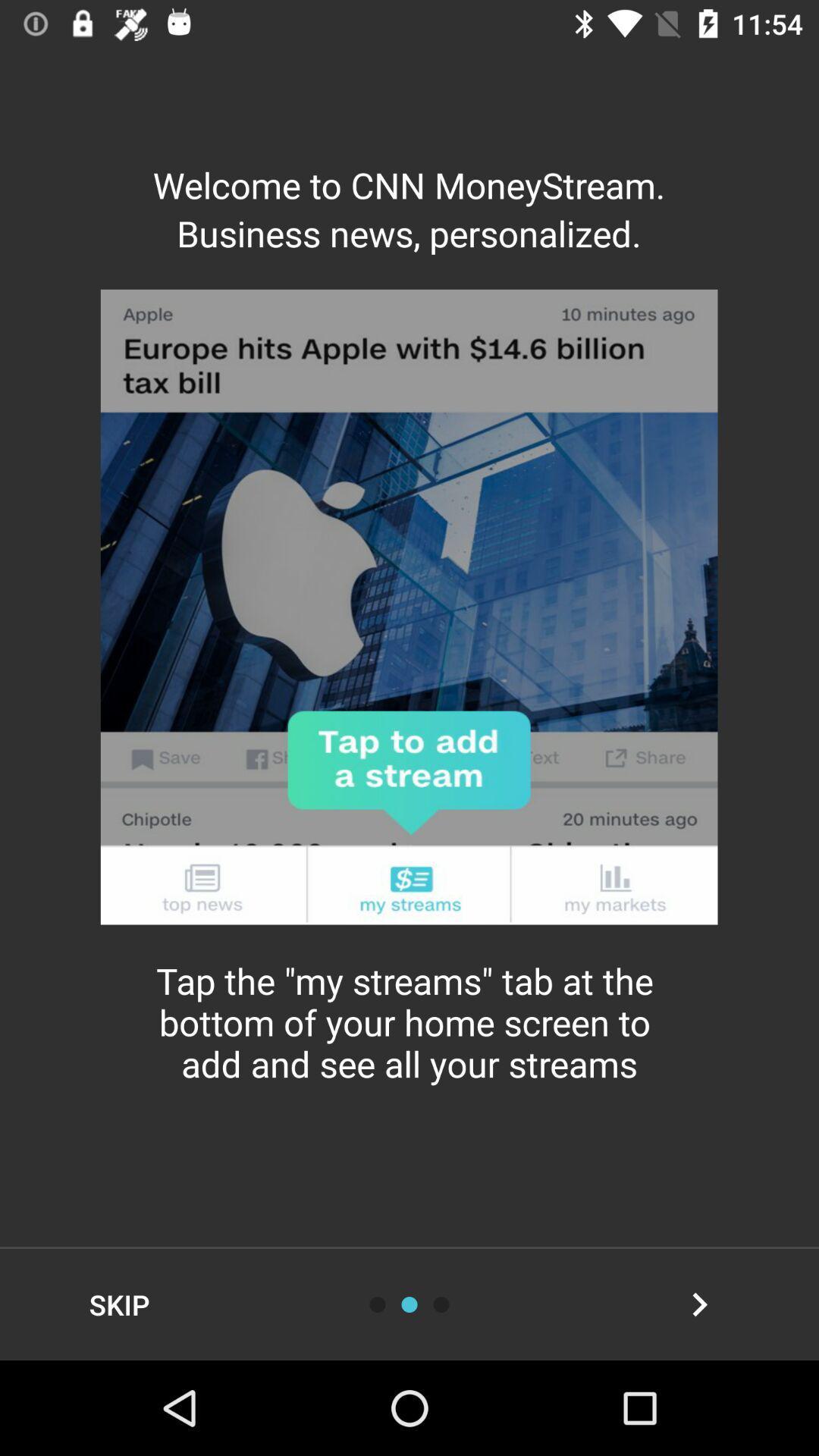 This screenshot has width=819, height=1456. I want to click on item at the bottom right corner, so click(699, 1304).